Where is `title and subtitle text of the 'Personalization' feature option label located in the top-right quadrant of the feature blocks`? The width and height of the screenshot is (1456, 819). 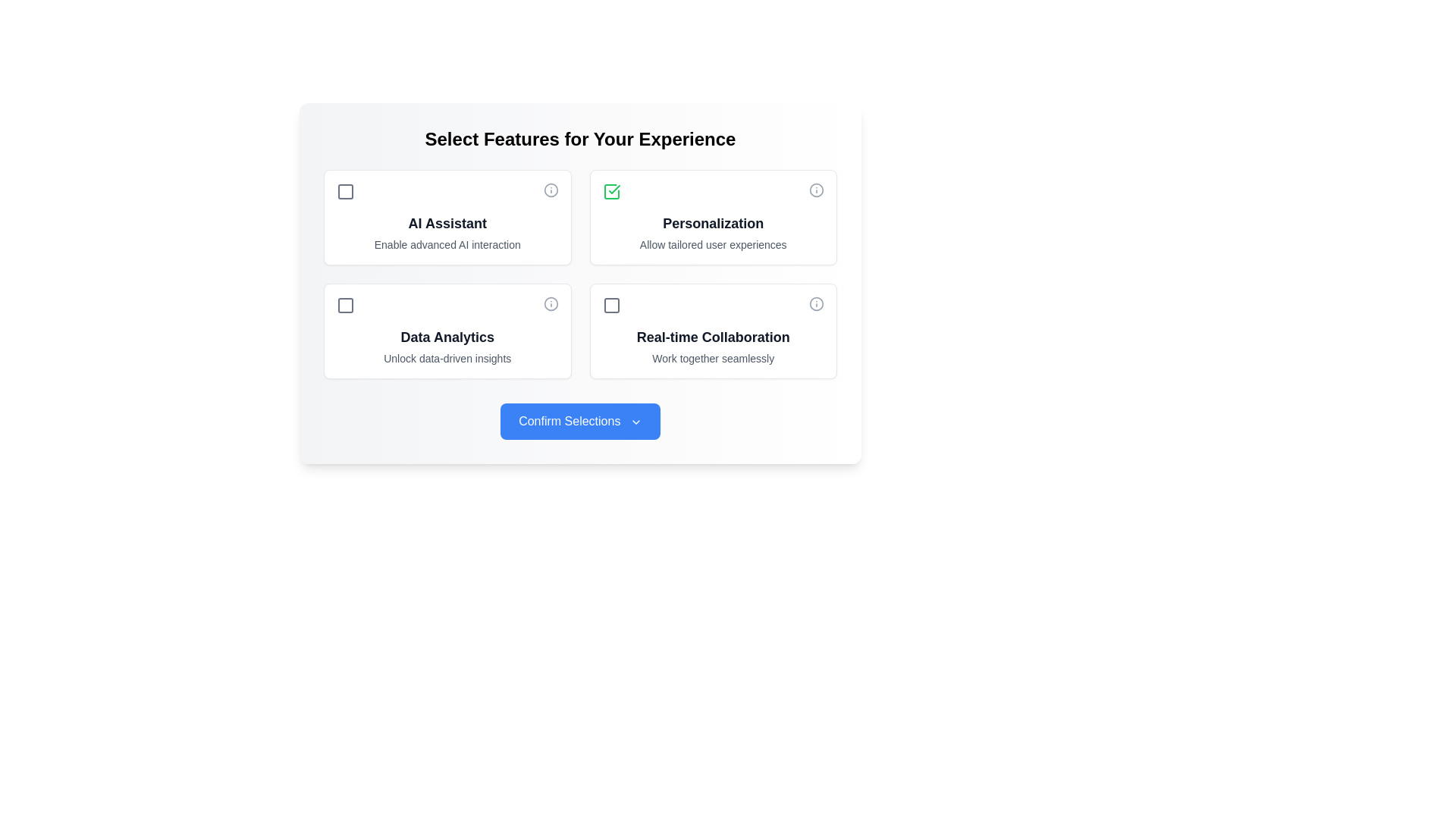
title and subtitle text of the 'Personalization' feature option label located in the top-right quadrant of the feature blocks is located at coordinates (712, 233).